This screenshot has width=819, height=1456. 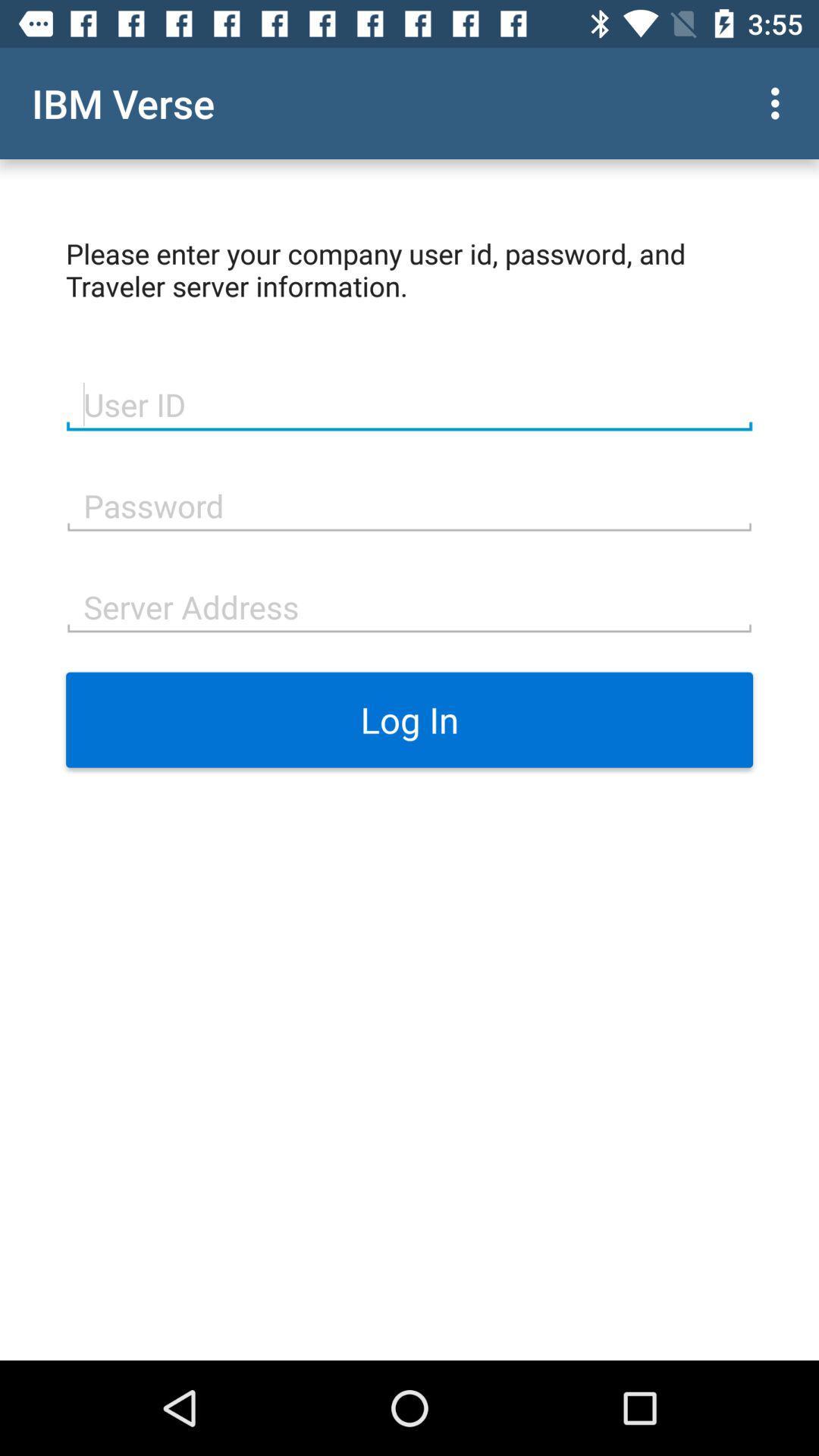 I want to click on item at the top right corner, so click(x=779, y=102).